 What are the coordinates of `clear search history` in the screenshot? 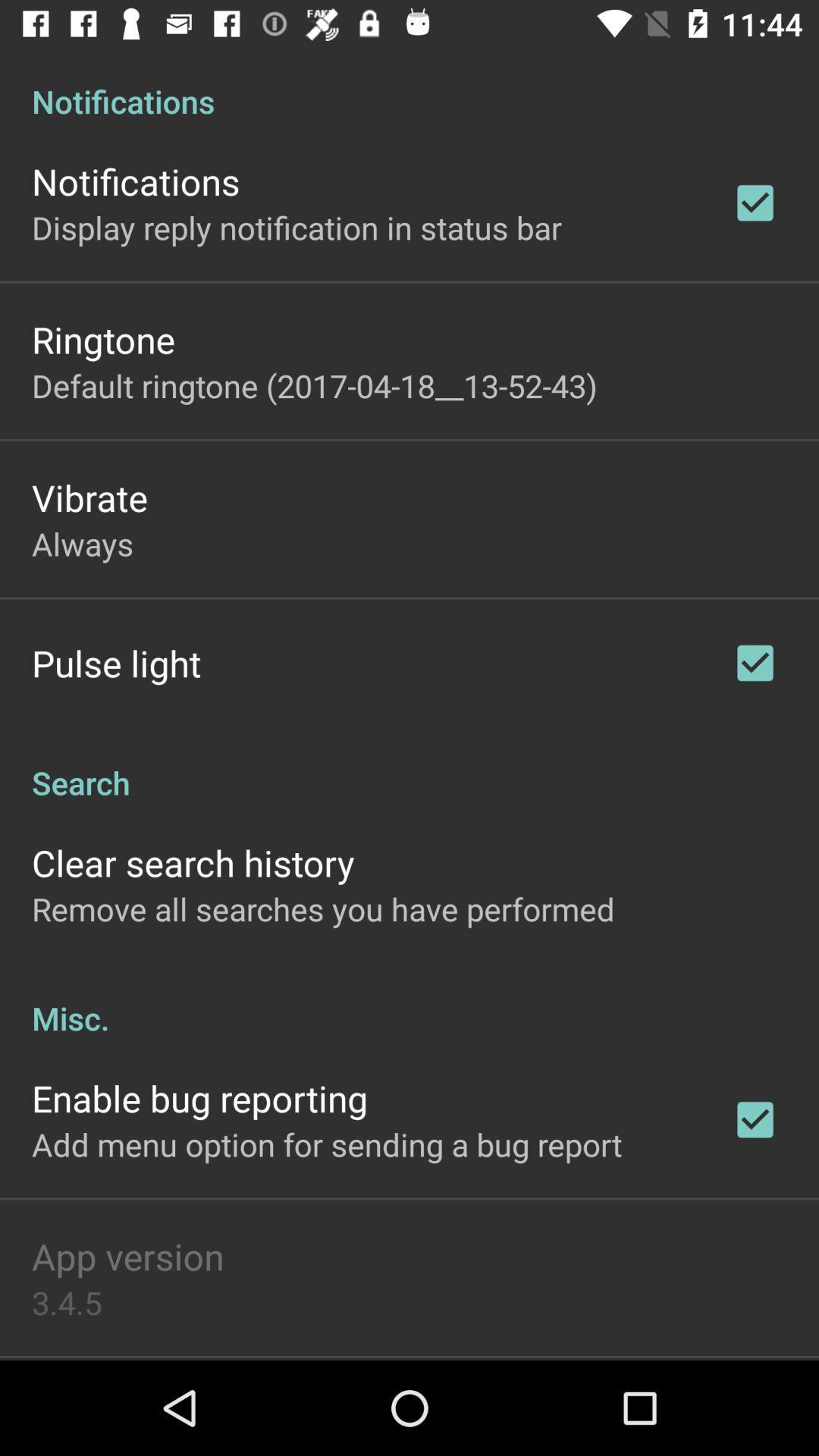 It's located at (192, 862).